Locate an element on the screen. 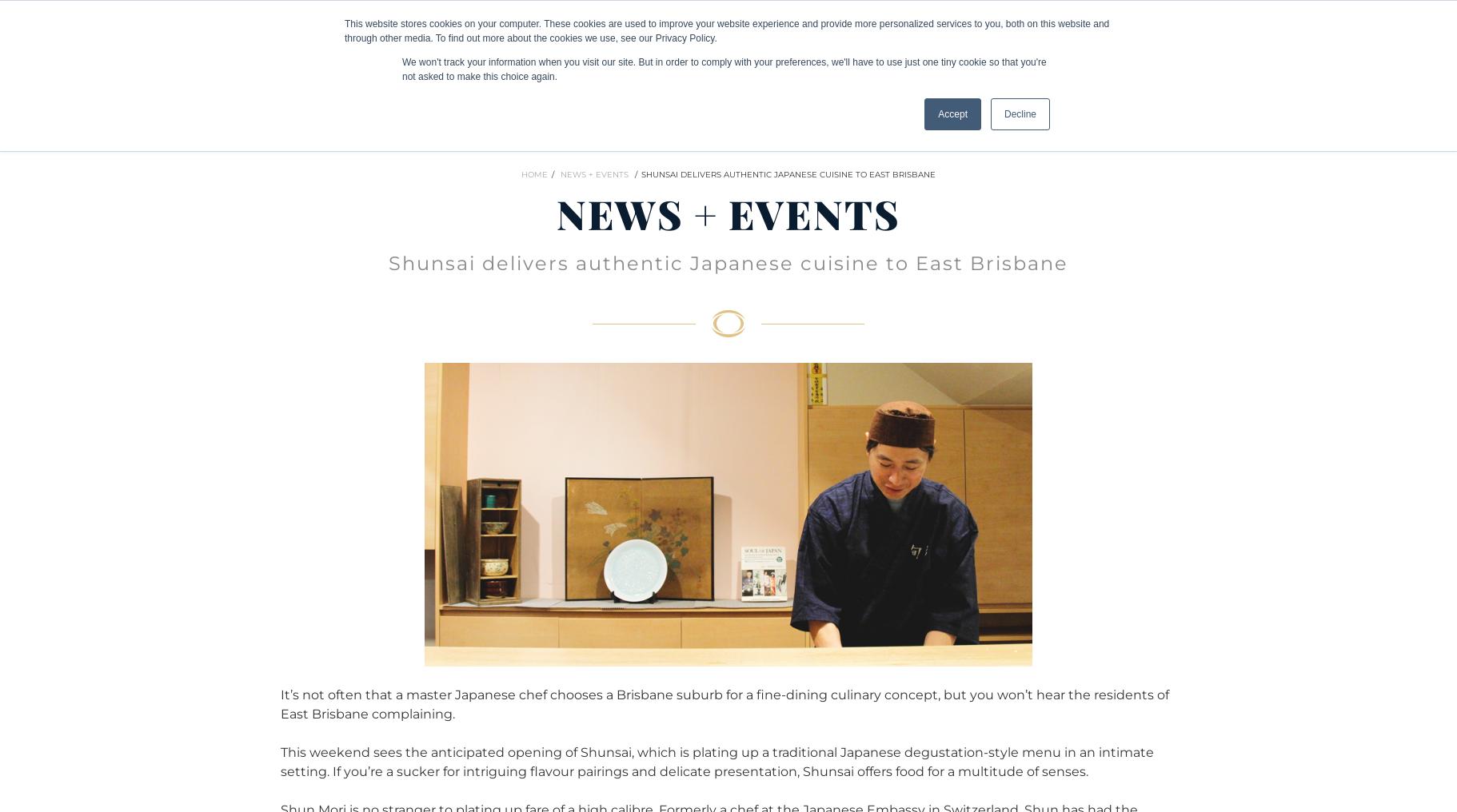  'This website stores cookies on your computer. These cookies are used to improve your website experience and provide more personalized services to you, both on this website and through other media. To find out more about the cookies we use, see our Privacy Policy.' is located at coordinates (344, 30).